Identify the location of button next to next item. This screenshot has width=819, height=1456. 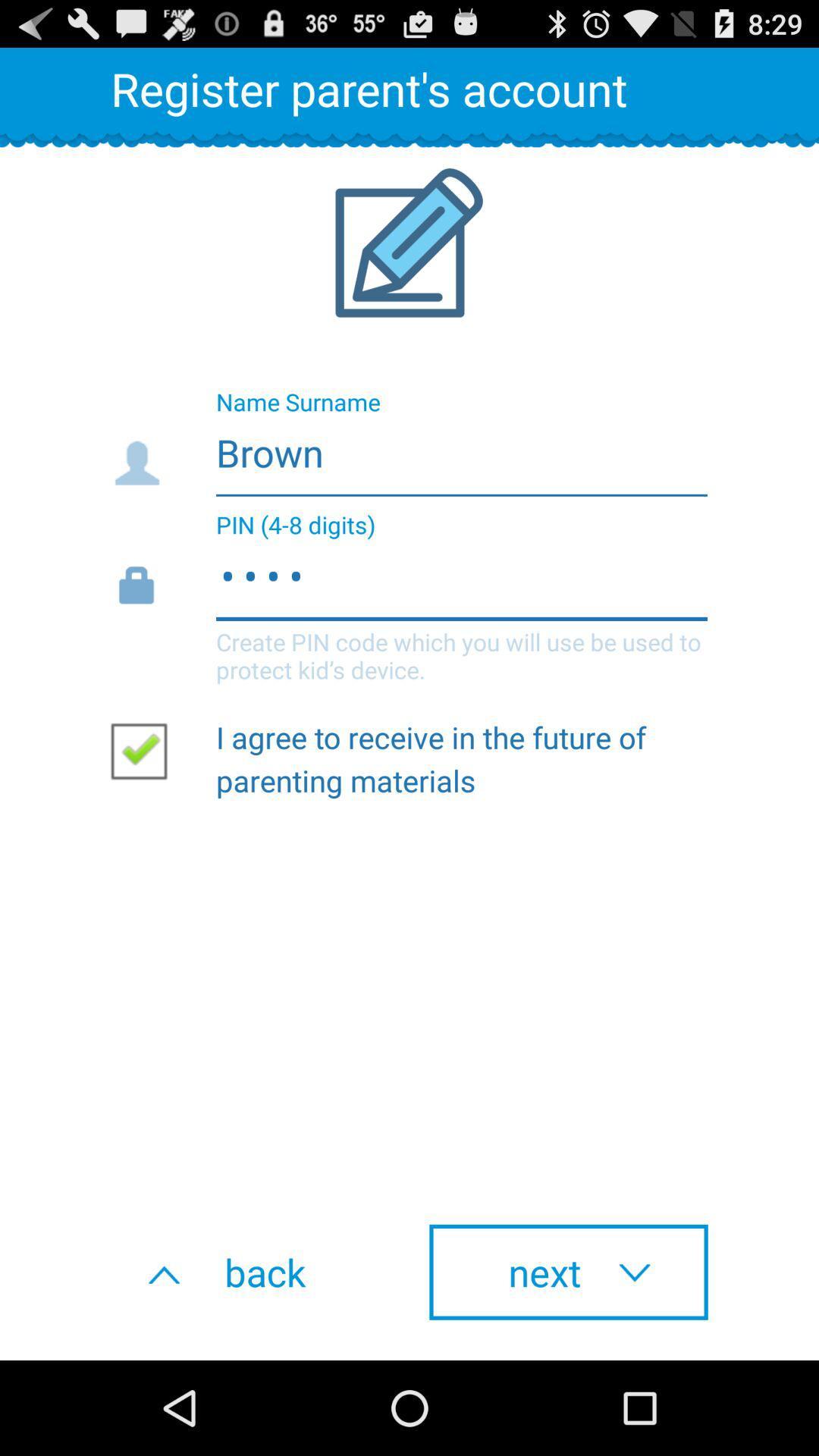
(249, 1272).